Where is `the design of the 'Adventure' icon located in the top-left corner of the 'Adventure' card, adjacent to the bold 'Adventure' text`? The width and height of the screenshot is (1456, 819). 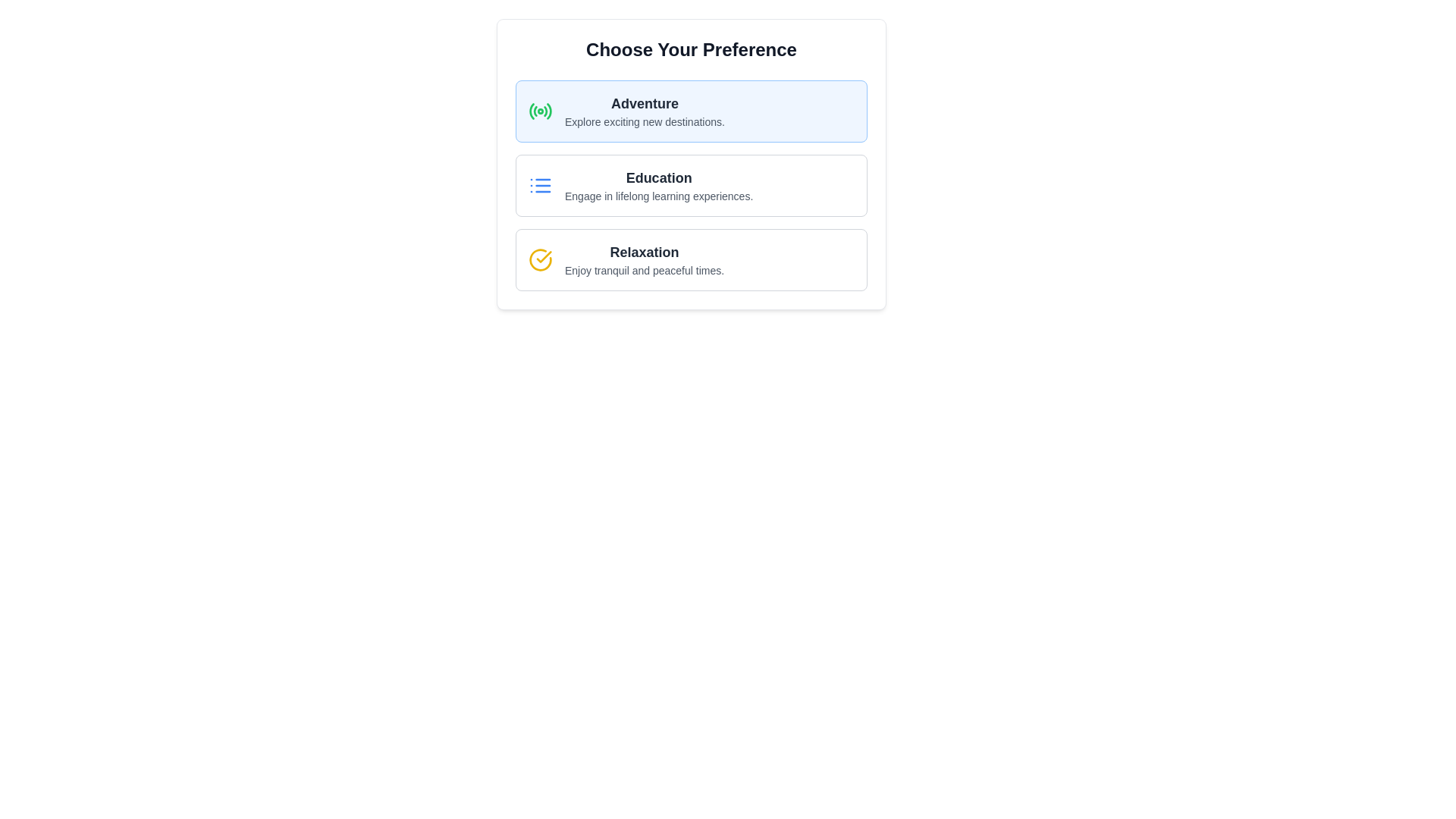 the design of the 'Adventure' icon located in the top-left corner of the 'Adventure' card, adjacent to the bold 'Adventure' text is located at coordinates (541, 110).